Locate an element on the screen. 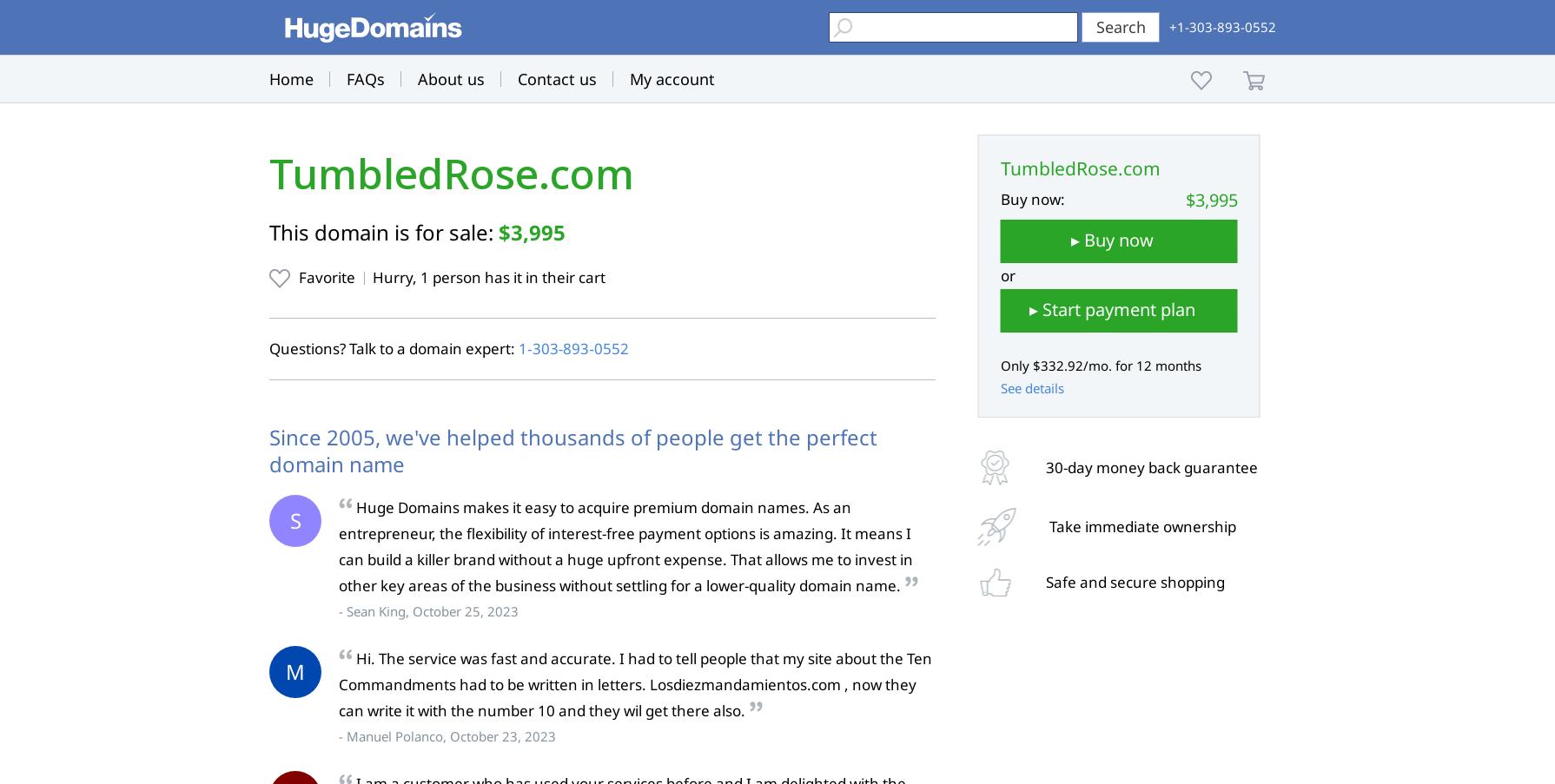 Image resolution: width=1555 pixels, height=784 pixels. 'Since 2005, we've helped thousands of people get the perfect domain name' is located at coordinates (572, 449).